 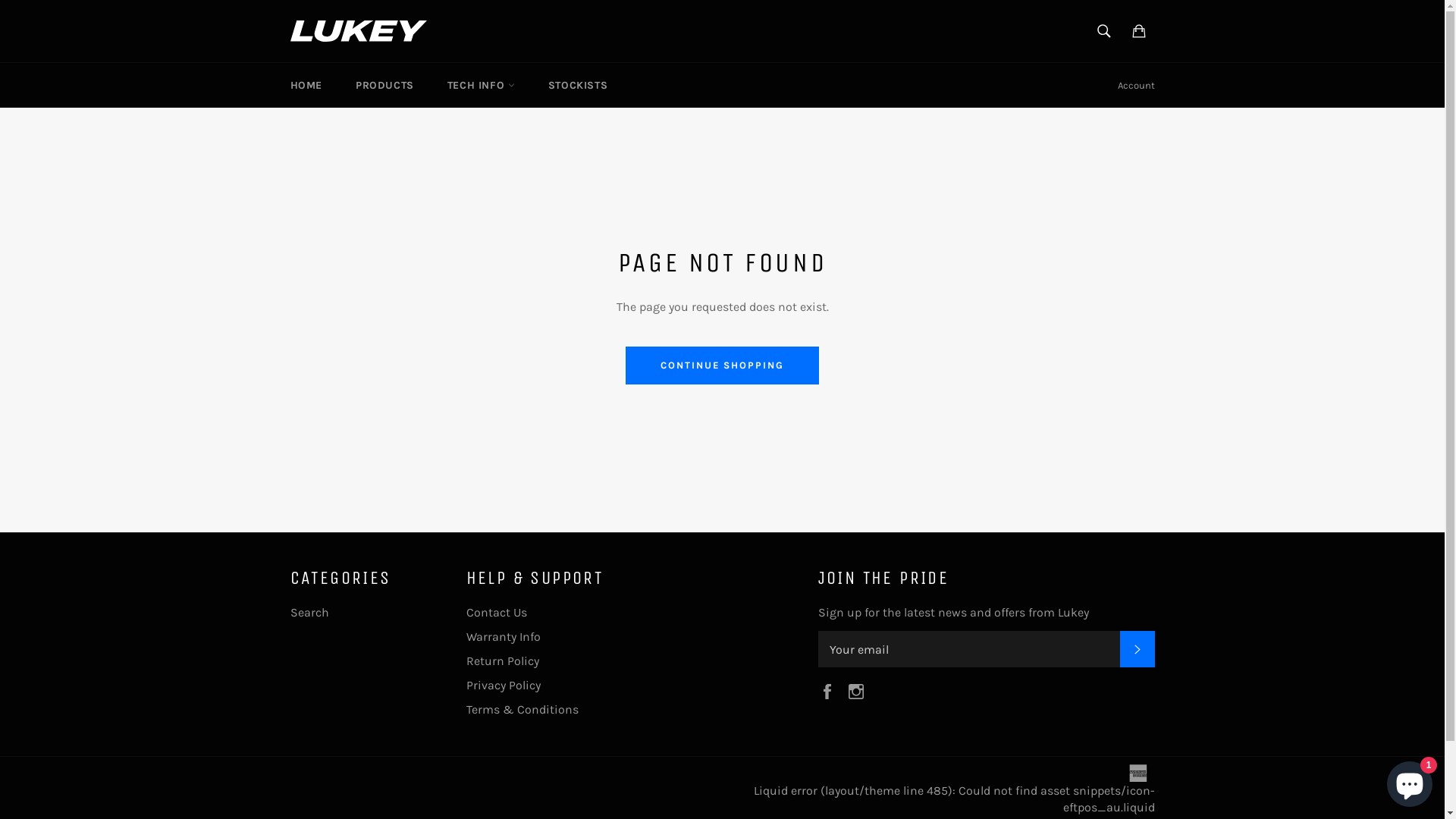 I want to click on 'HOME', so click(x=305, y=85).